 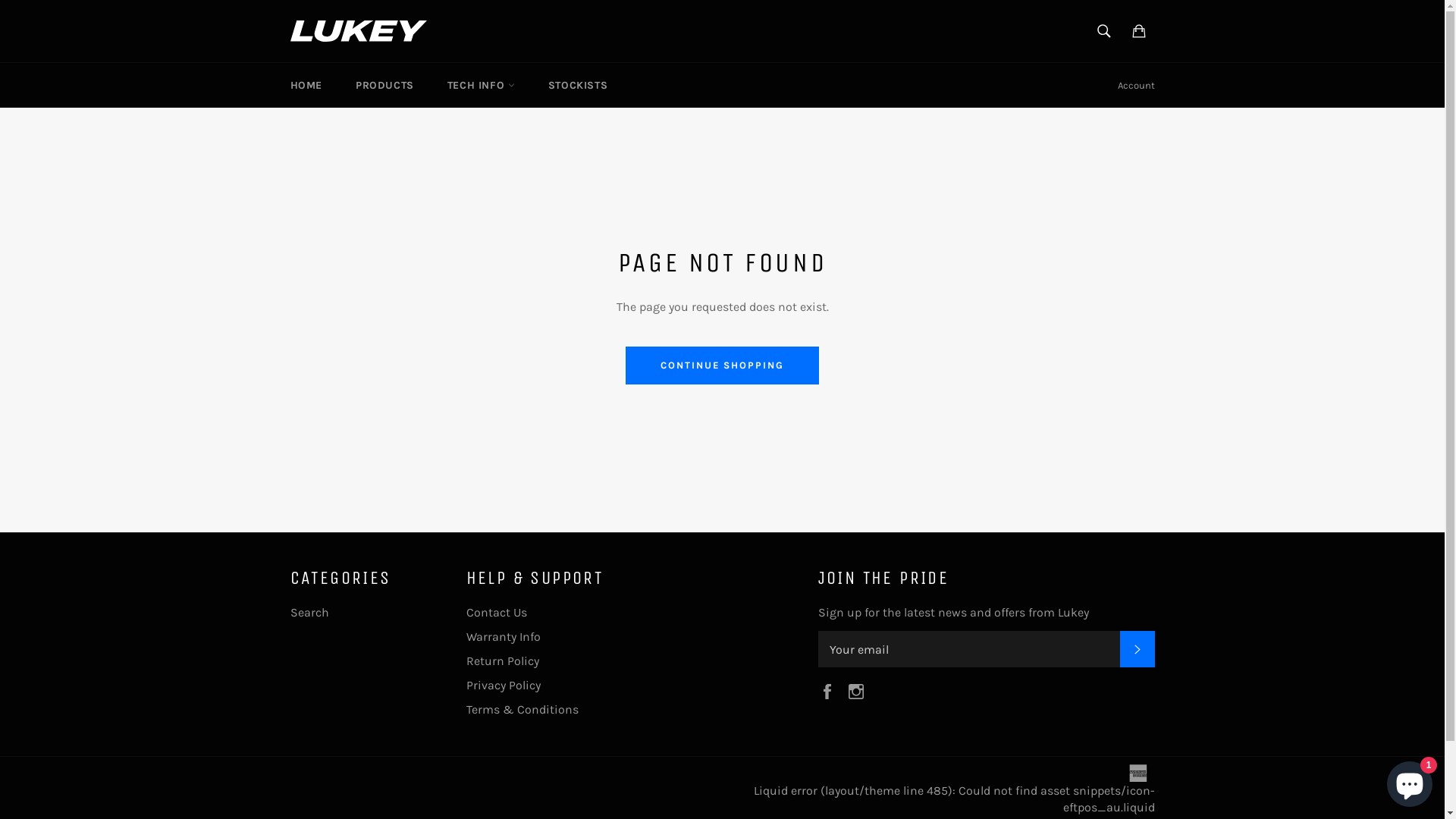 I want to click on 'HOME', so click(x=305, y=85).